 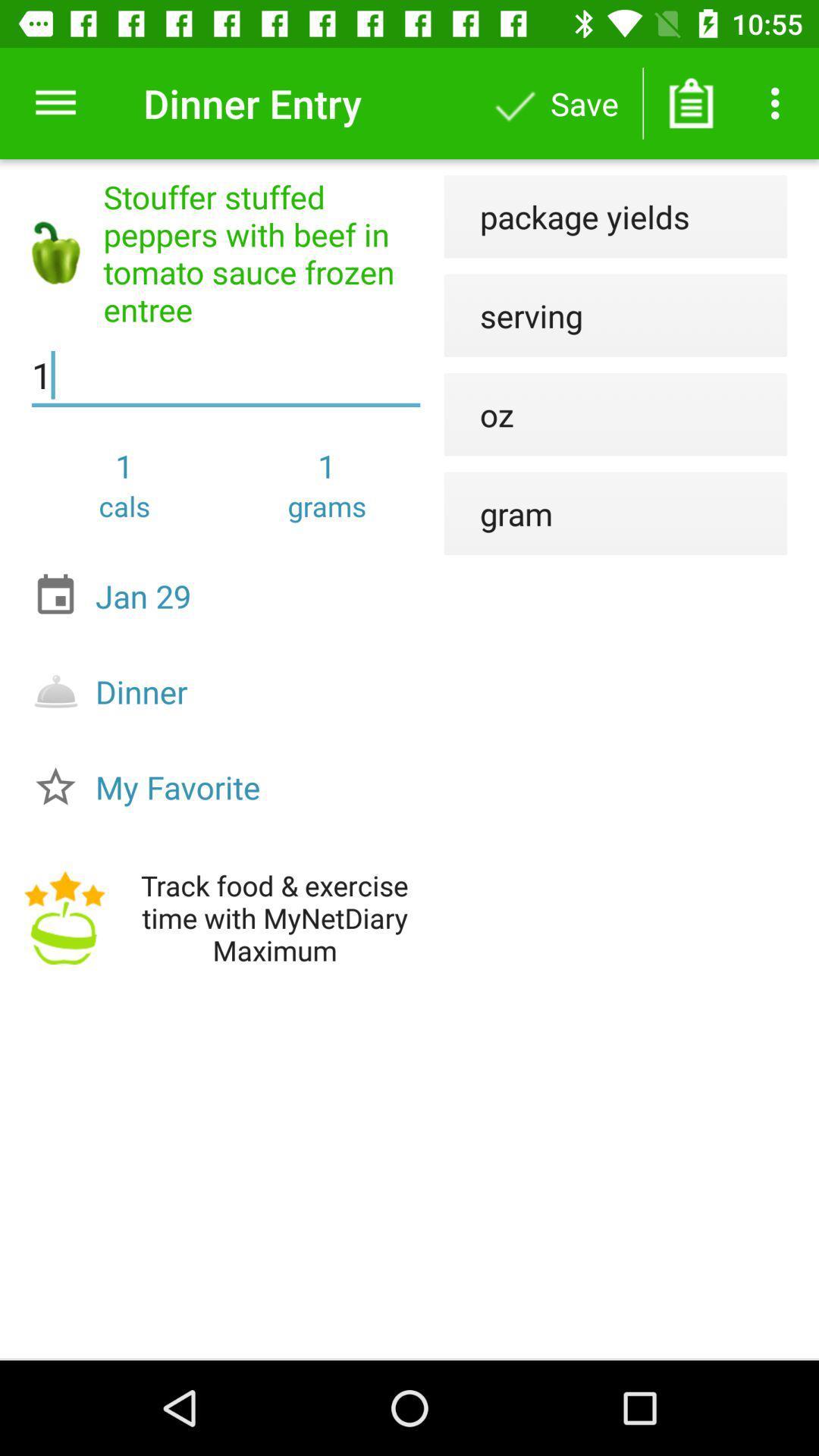 I want to click on icon above   gram icon, so click(x=479, y=414).